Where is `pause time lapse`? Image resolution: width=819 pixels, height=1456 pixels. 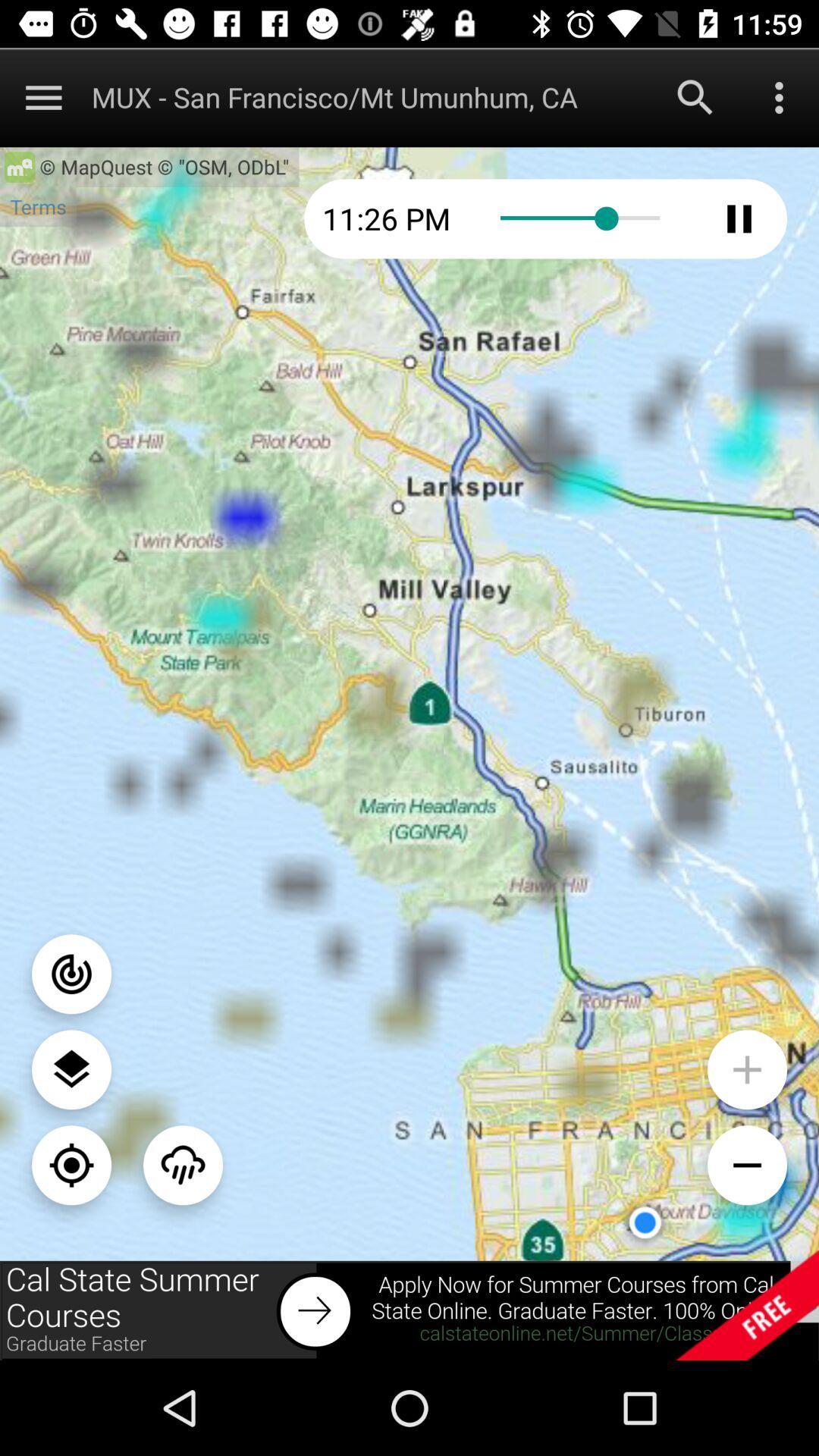 pause time lapse is located at coordinates (739, 218).